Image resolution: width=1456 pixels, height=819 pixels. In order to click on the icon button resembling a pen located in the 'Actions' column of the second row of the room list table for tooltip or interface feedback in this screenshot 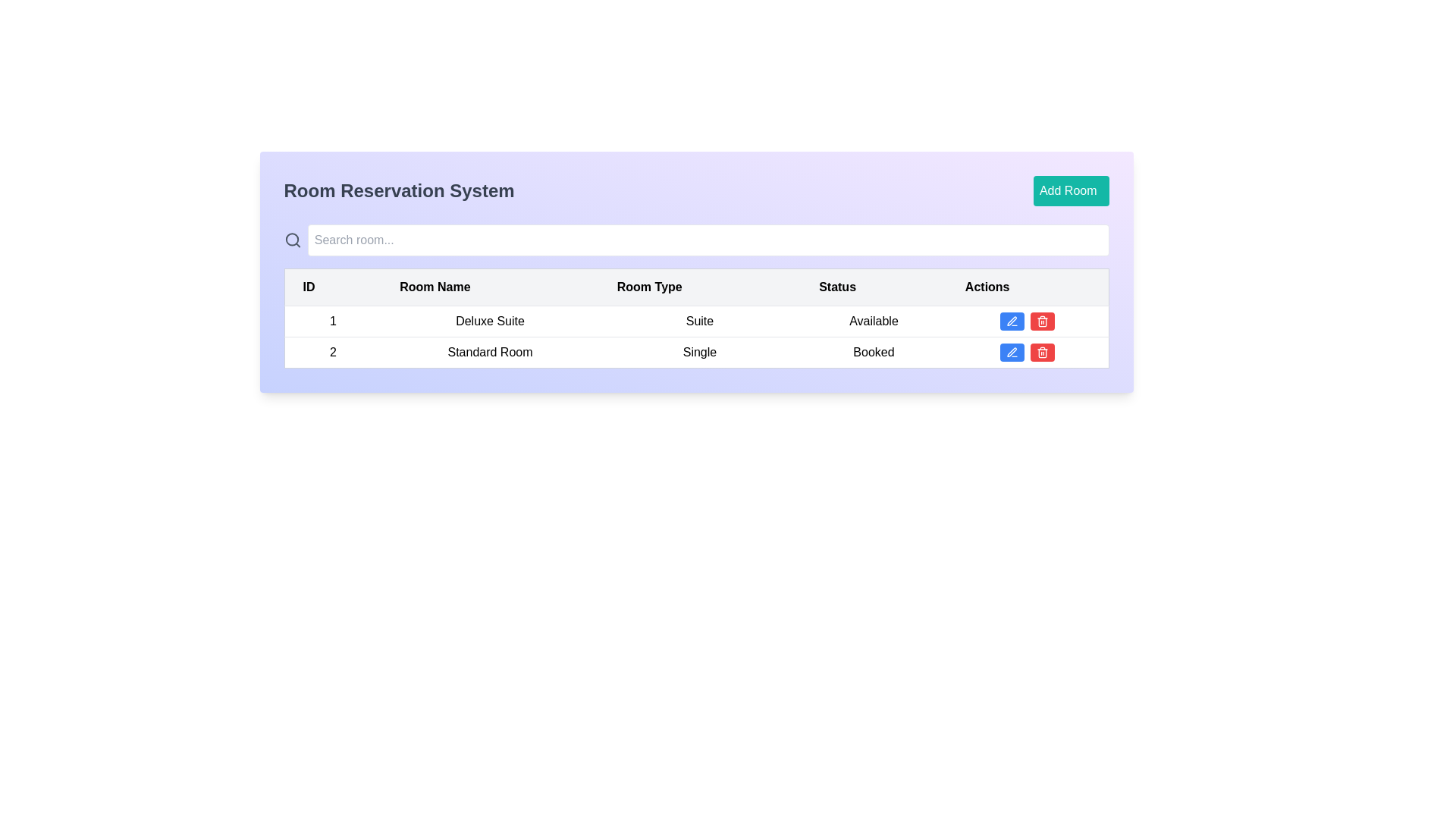, I will do `click(1012, 321)`.